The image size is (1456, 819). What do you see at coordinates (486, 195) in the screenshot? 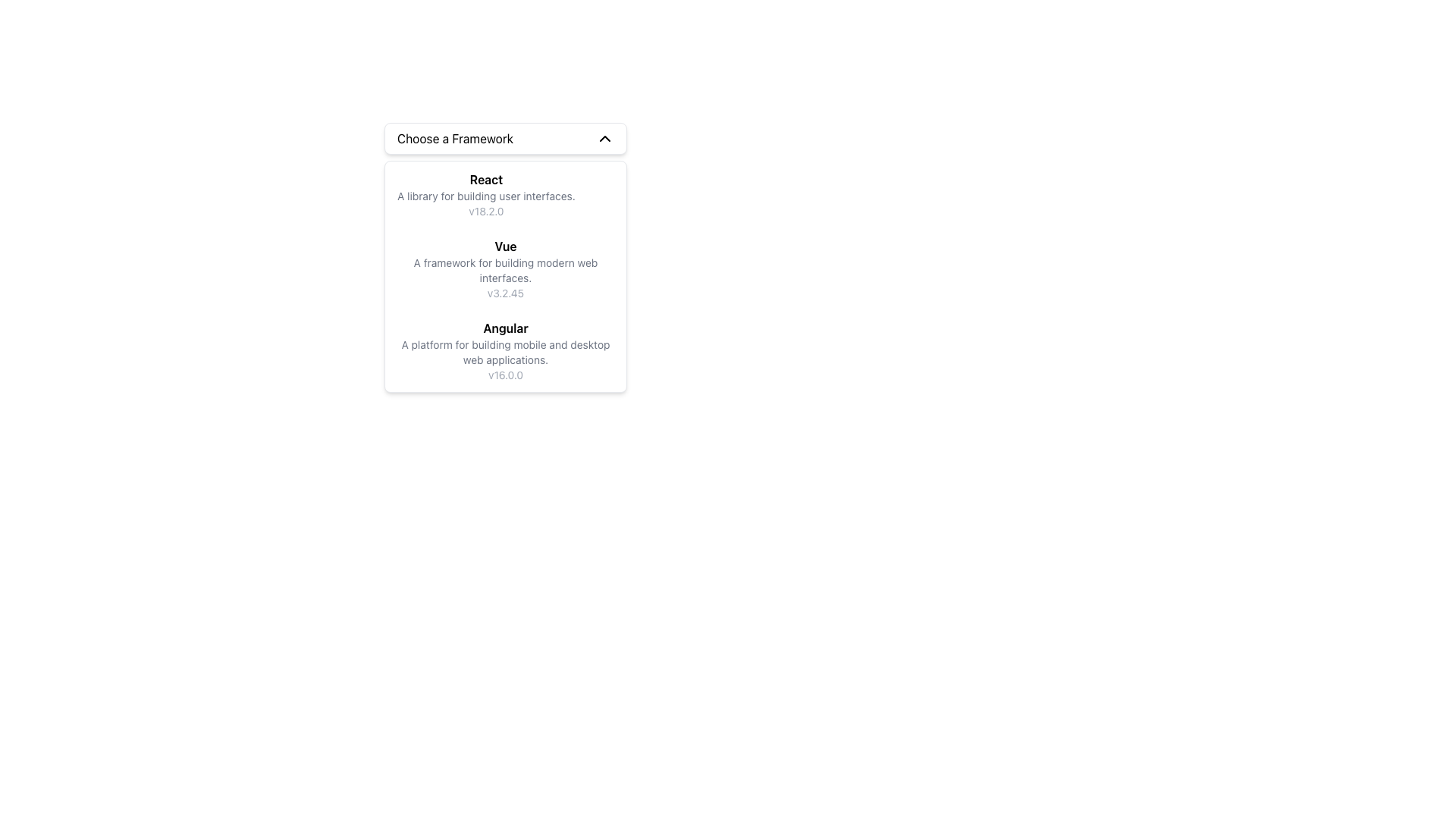
I see `the second text label that describes the React framework, positioned below the title 'React' and above the version label 'v18.2.0'` at bounding box center [486, 195].